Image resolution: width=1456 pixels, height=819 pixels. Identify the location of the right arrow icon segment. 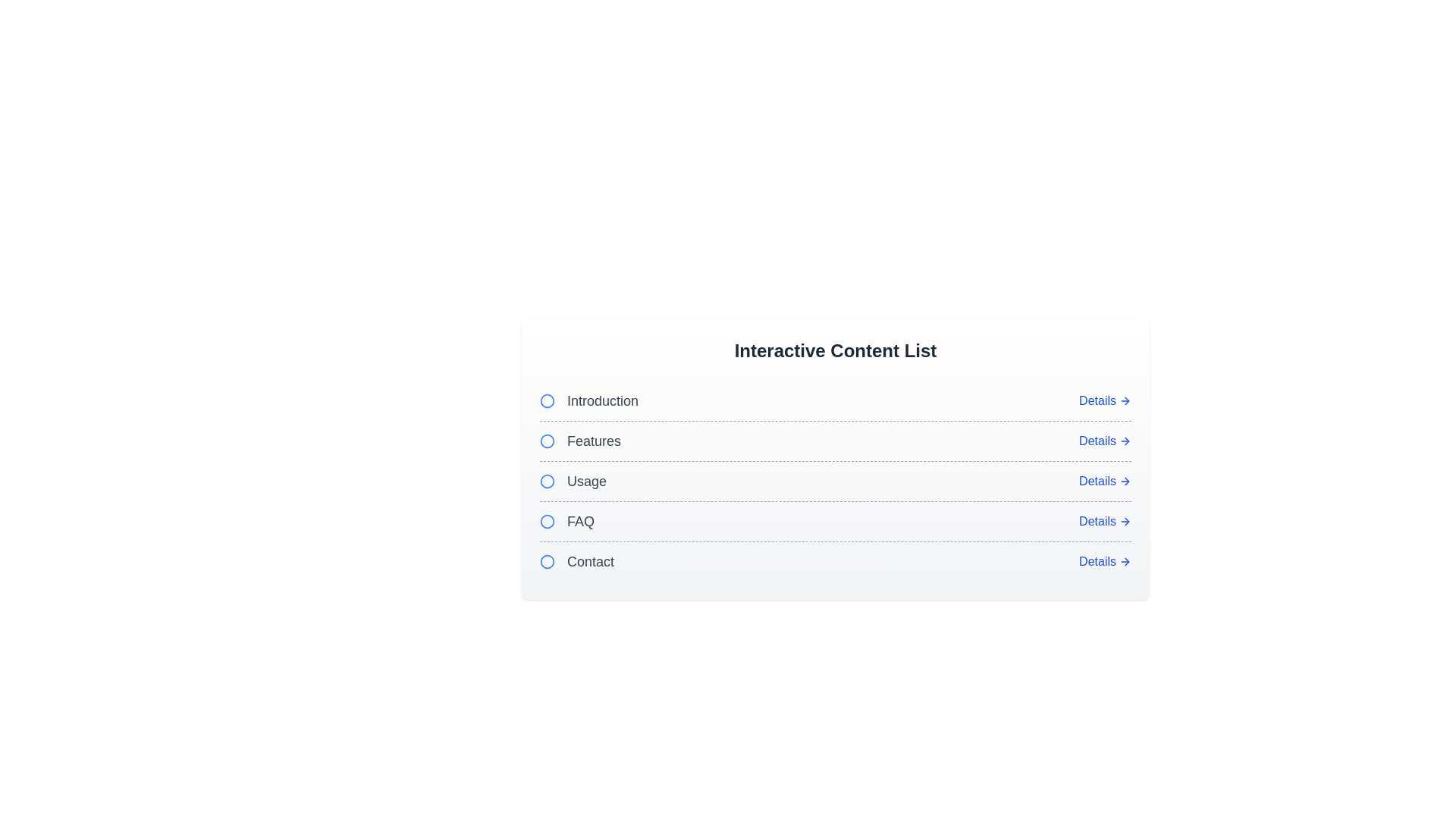
(1127, 561).